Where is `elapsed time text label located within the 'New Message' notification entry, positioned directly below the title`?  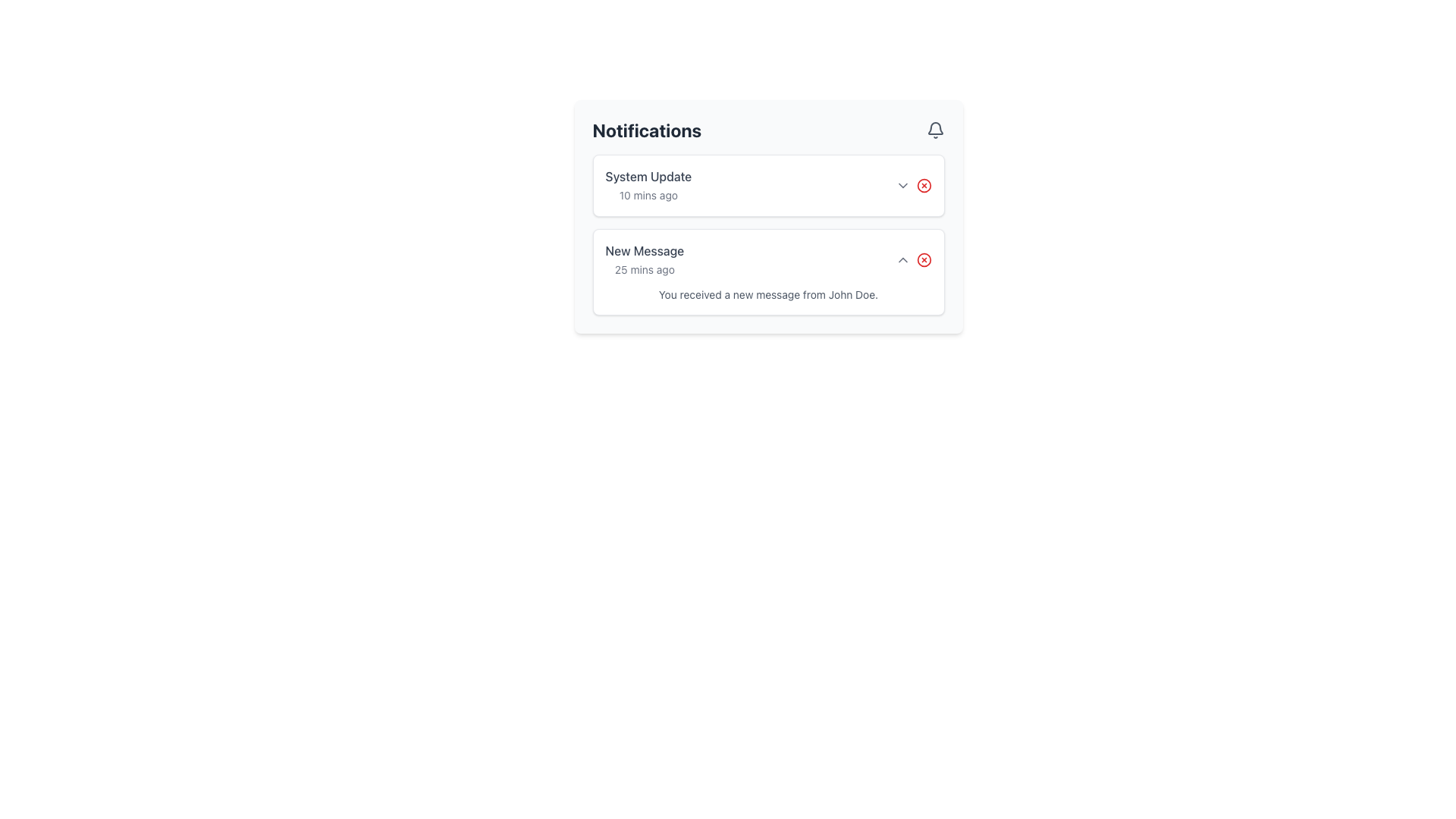
elapsed time text label located within the 'New Message' notification entry, positioned directly below the title is located at coordinates (645, 268).